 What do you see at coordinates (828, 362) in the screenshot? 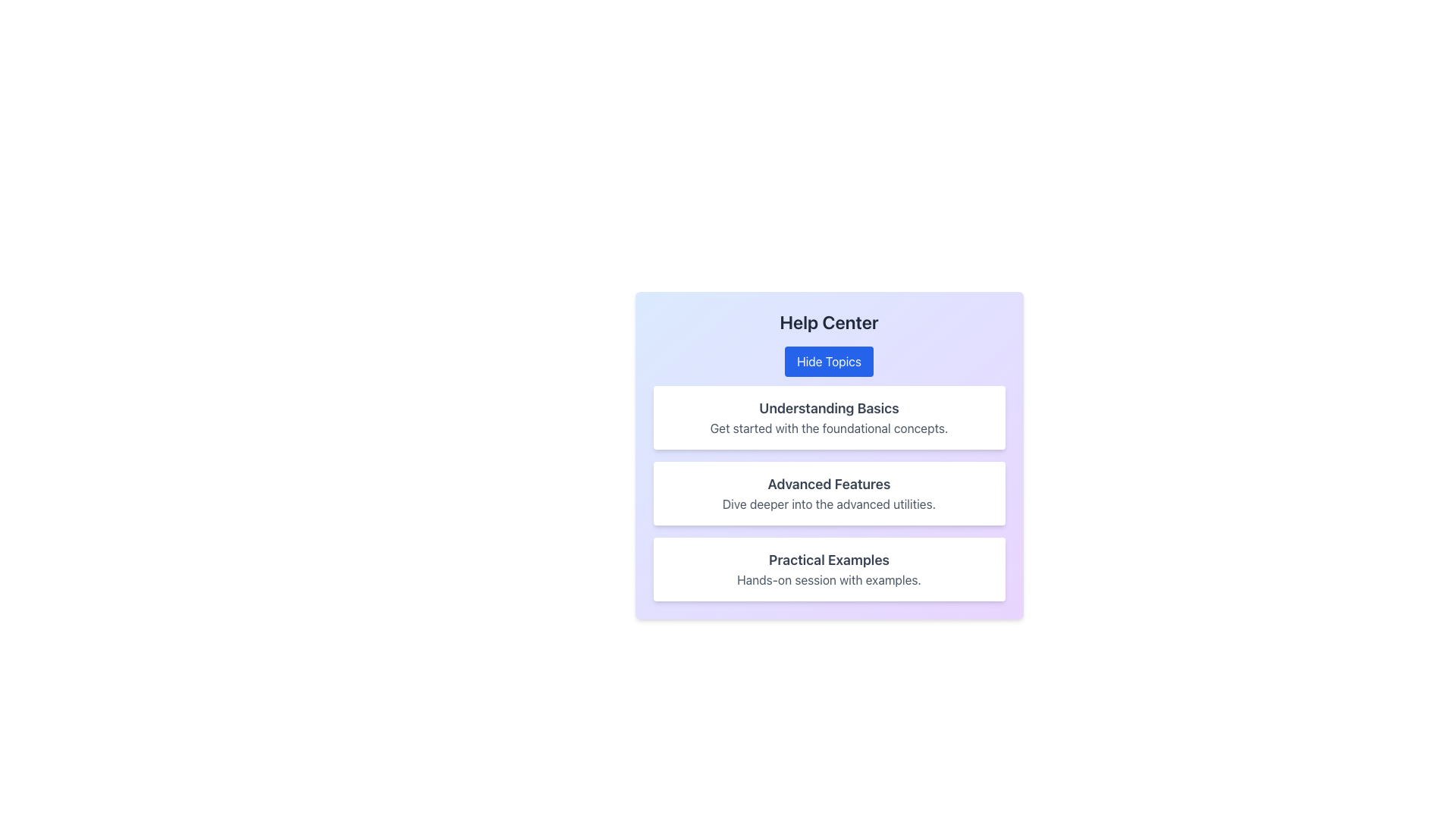
I see `the button located below the 'Help Center' heading` at bounding box center [828, 362].